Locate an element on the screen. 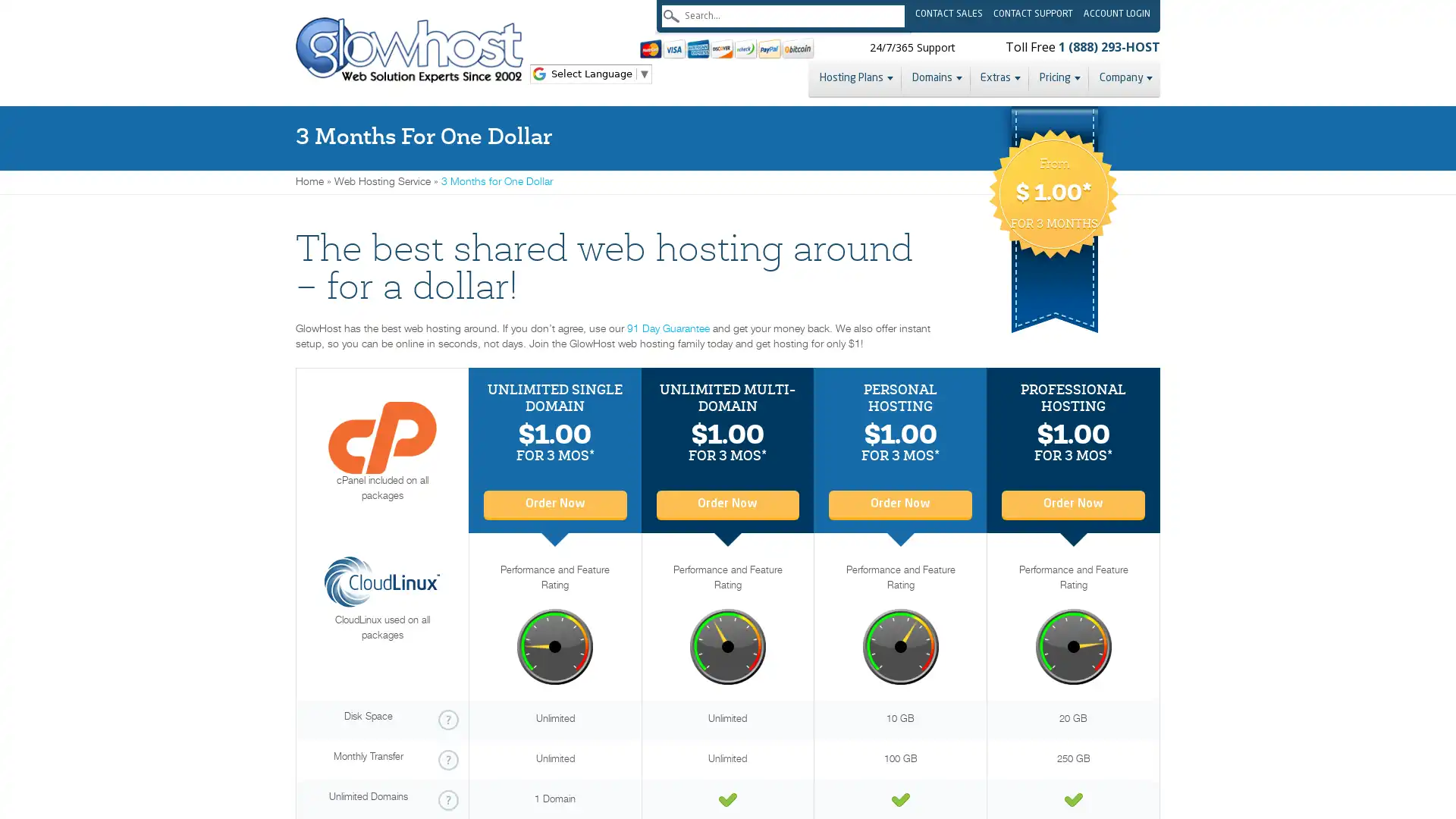 This screenshot has width=1456, height=819. Order Now is located at coordinates (554, 503).